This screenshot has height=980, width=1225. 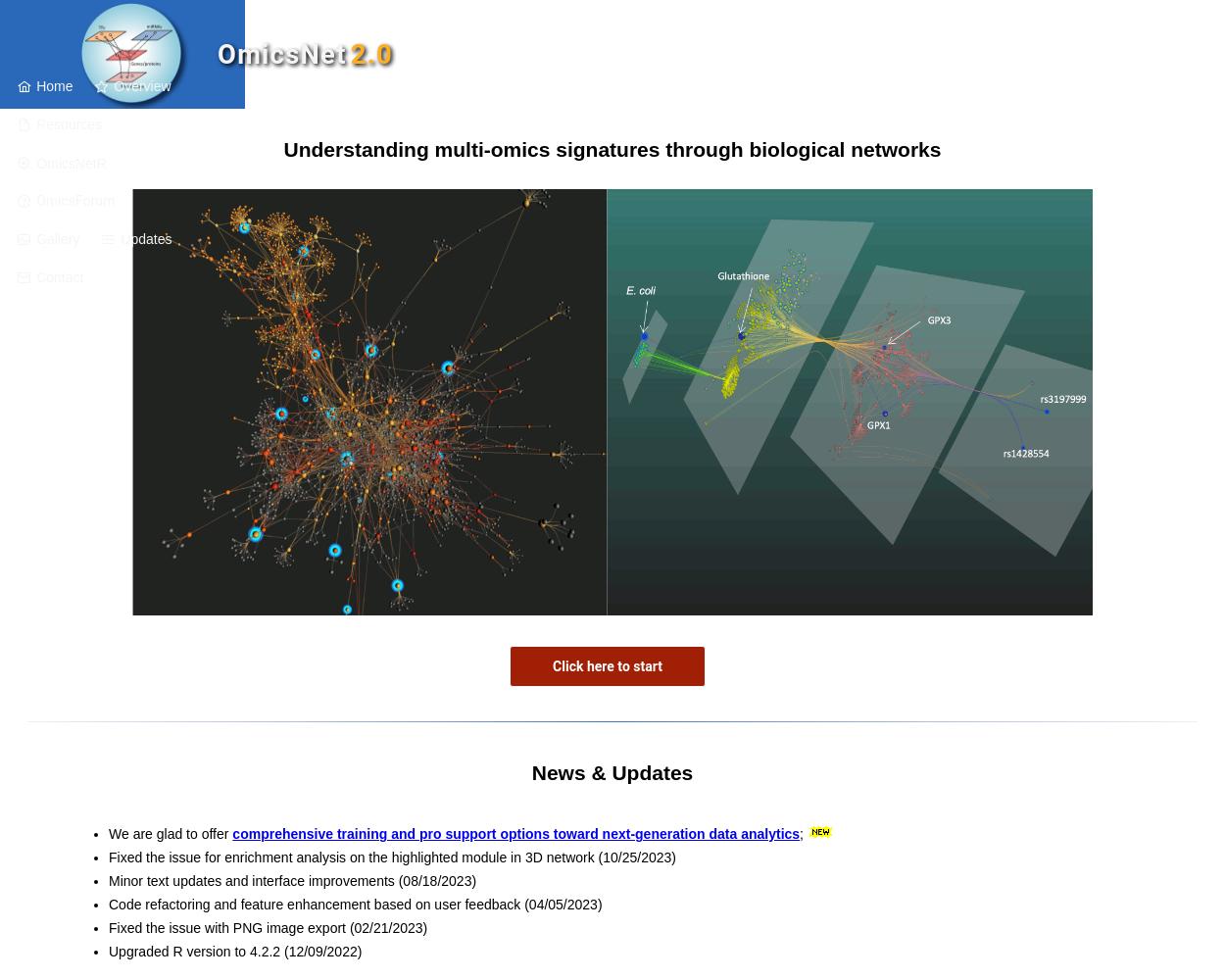 I want to click on 'Click here to start', so click(x=606, y=665).